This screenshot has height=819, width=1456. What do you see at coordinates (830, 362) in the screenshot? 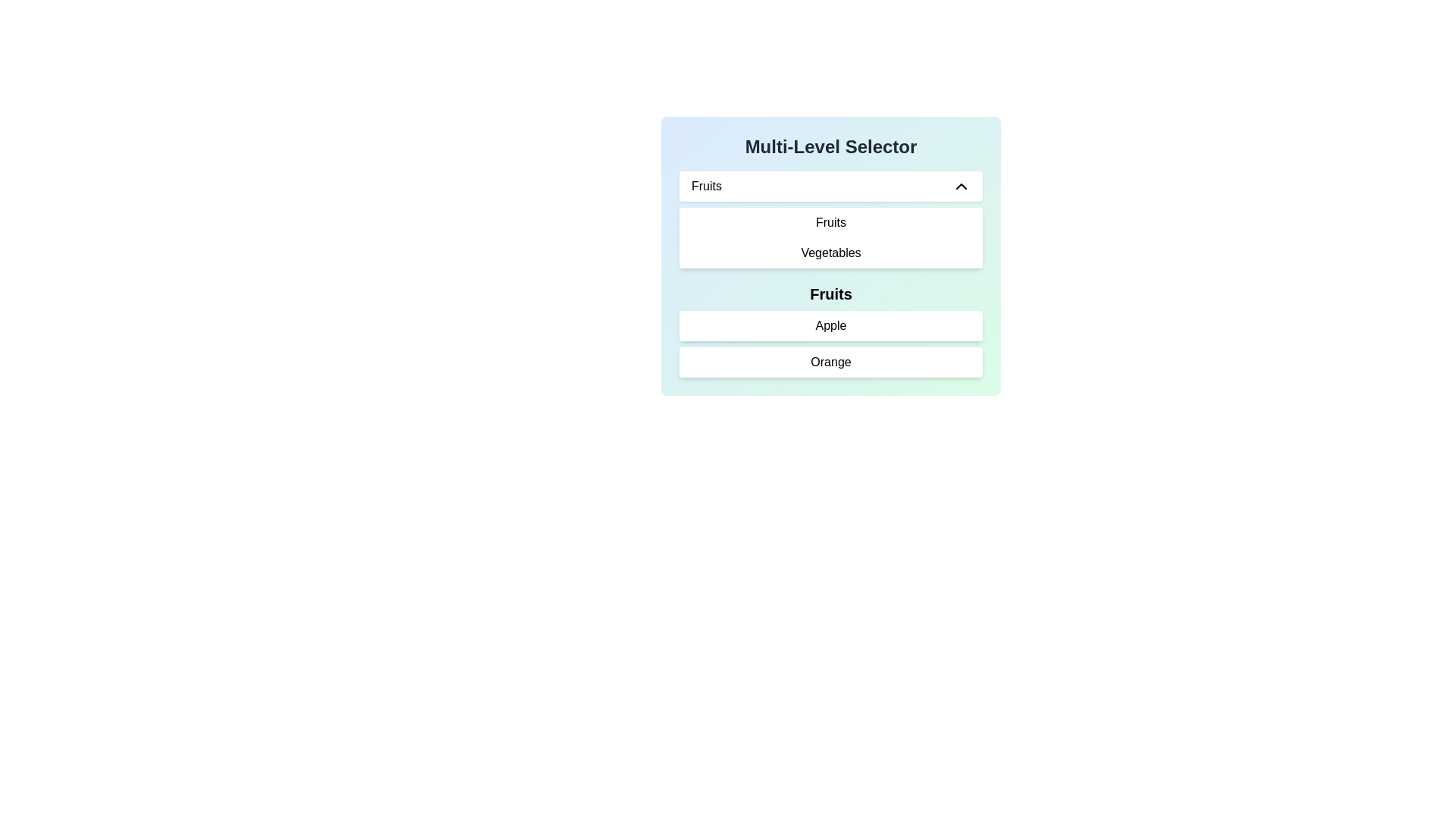
I see `the 'Orange' menu item located below the 'Apple' option in the 'Fruits' menu` at bounding box center [830, 362].